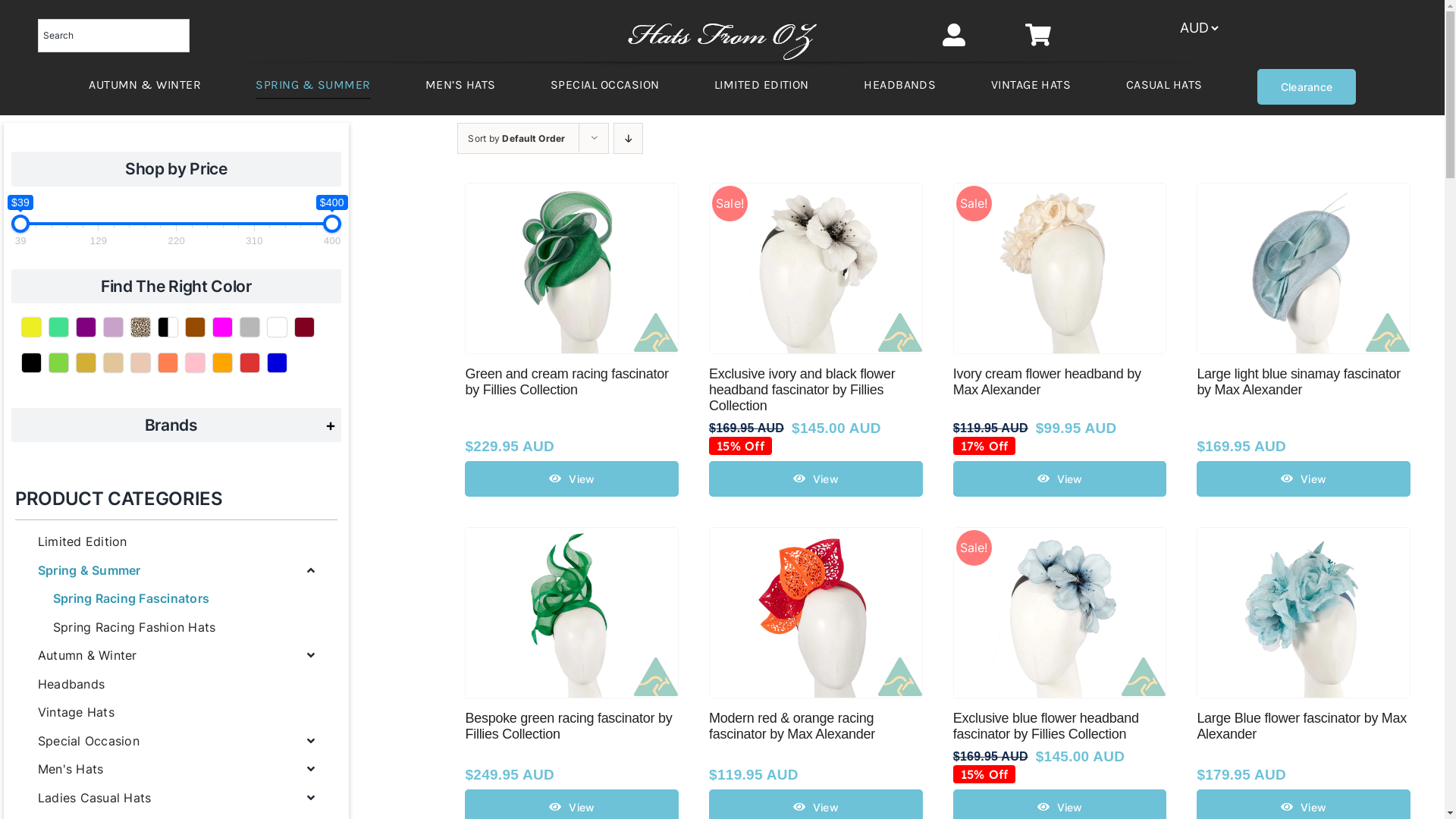 The width and height of the screenshot is (1456, 819). What do you see at coordinates (183, 628) in the screenshot?
I see `'Spring Racing Fashion Hats'` at bounding box center [183, 628].